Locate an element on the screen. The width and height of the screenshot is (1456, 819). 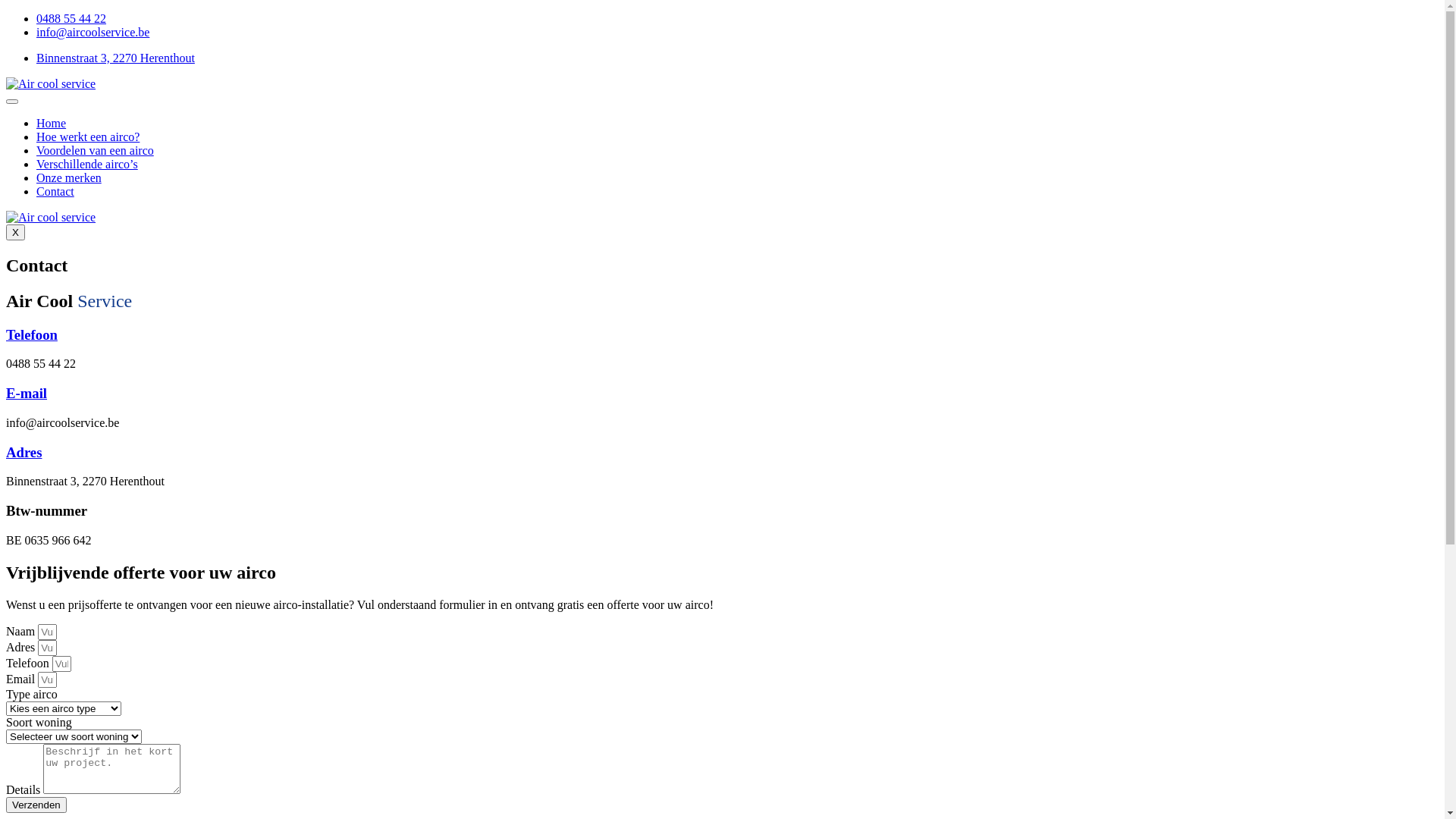
'Adres' is located at coordinates (24, 451).